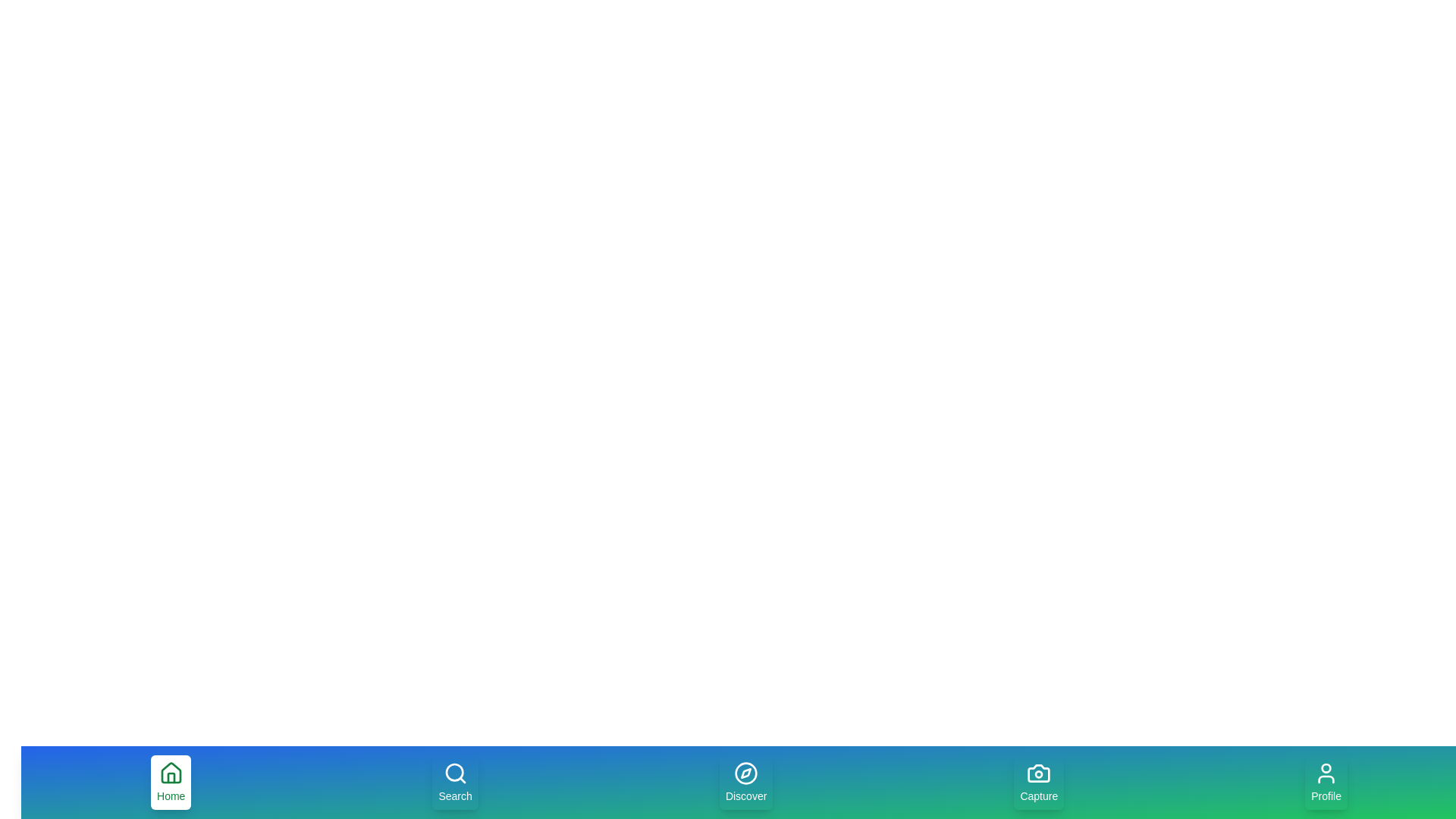 This screenshot has height=819, width=1456. I want to click on the Discover tab to navigate to its section, so click(745, 783).